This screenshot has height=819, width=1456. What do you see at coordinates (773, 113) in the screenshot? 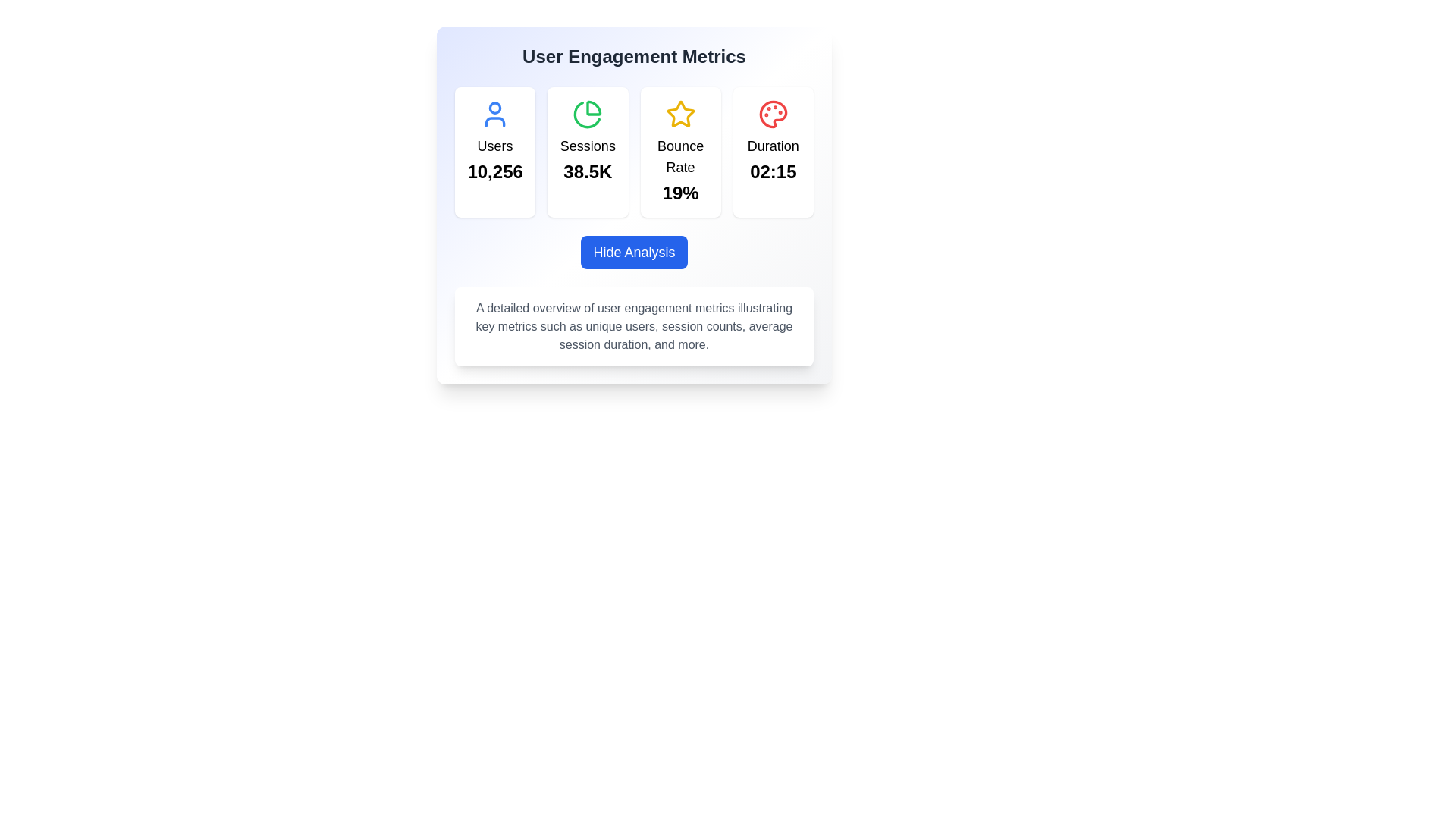
I see `the icon representing the 'Duration' metric located at the top center of the fourth card under 'User Engagement Metrics'` at bounding box center [773, 113].